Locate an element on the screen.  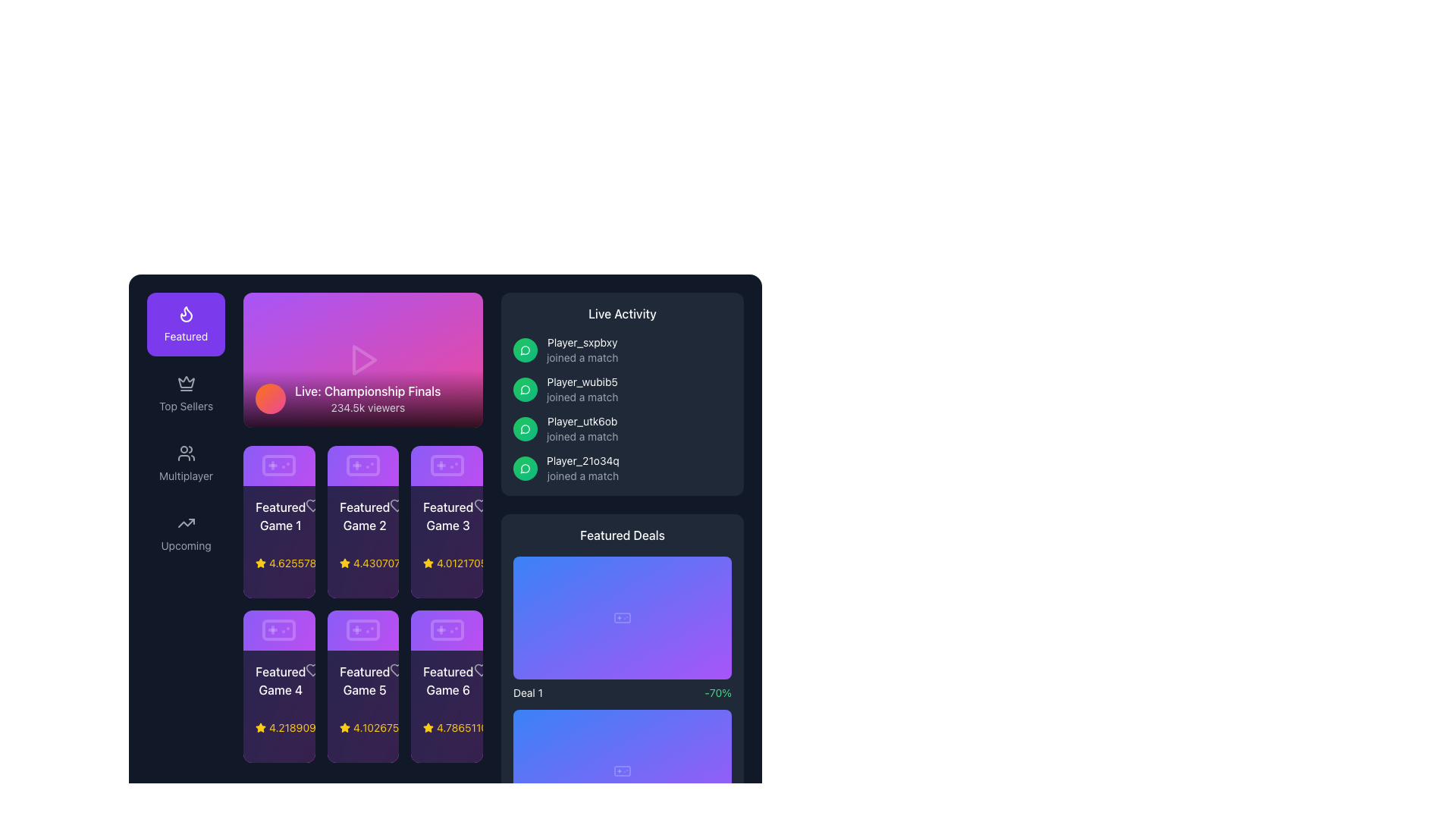
the third icon button in the vertical list under the Live Activity section is located at coordinates (525, 429).